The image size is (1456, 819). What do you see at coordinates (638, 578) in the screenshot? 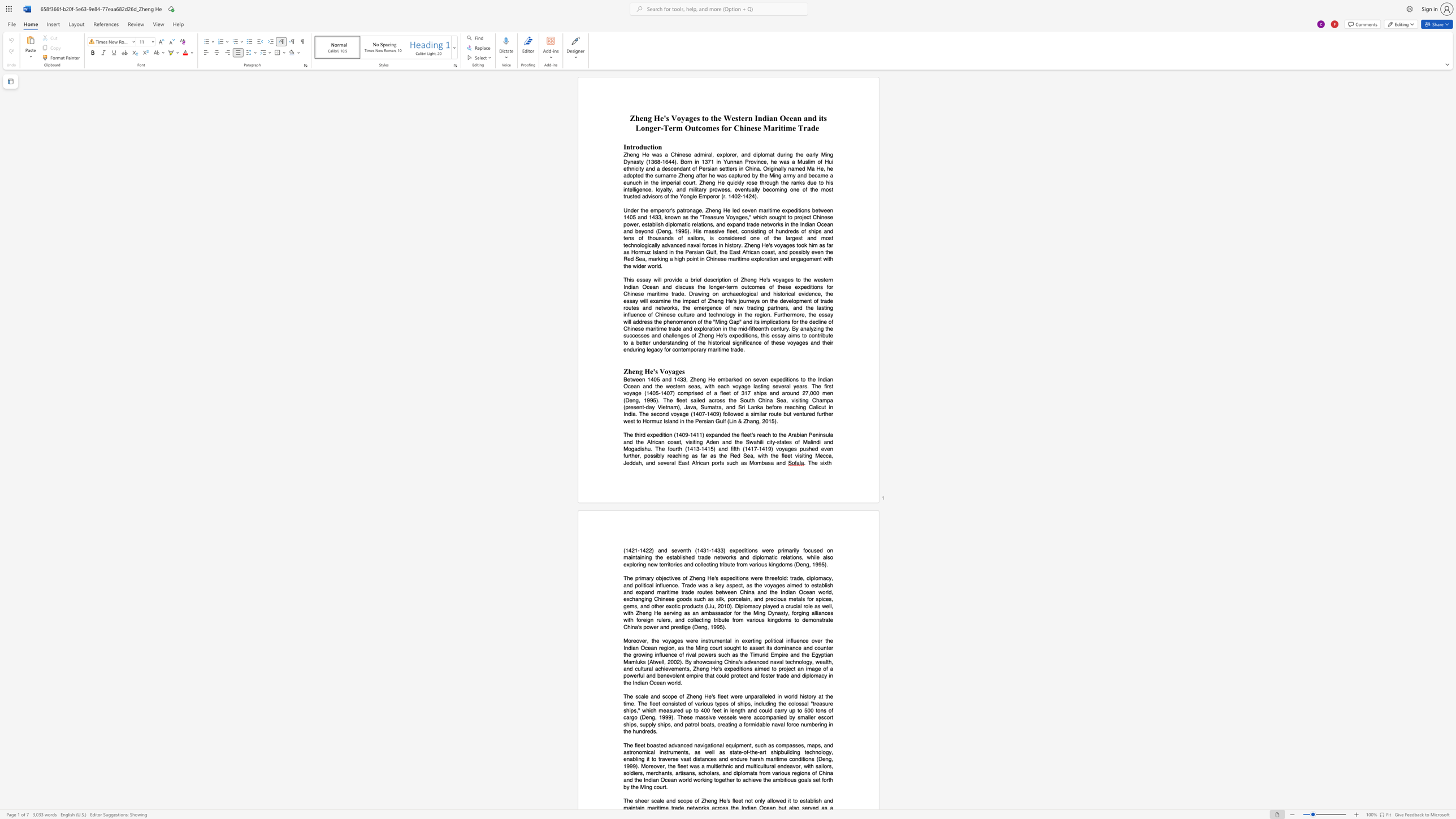
I see `the space between the continuous character "p" and "r" in the text` at bounding box center [638, 578].